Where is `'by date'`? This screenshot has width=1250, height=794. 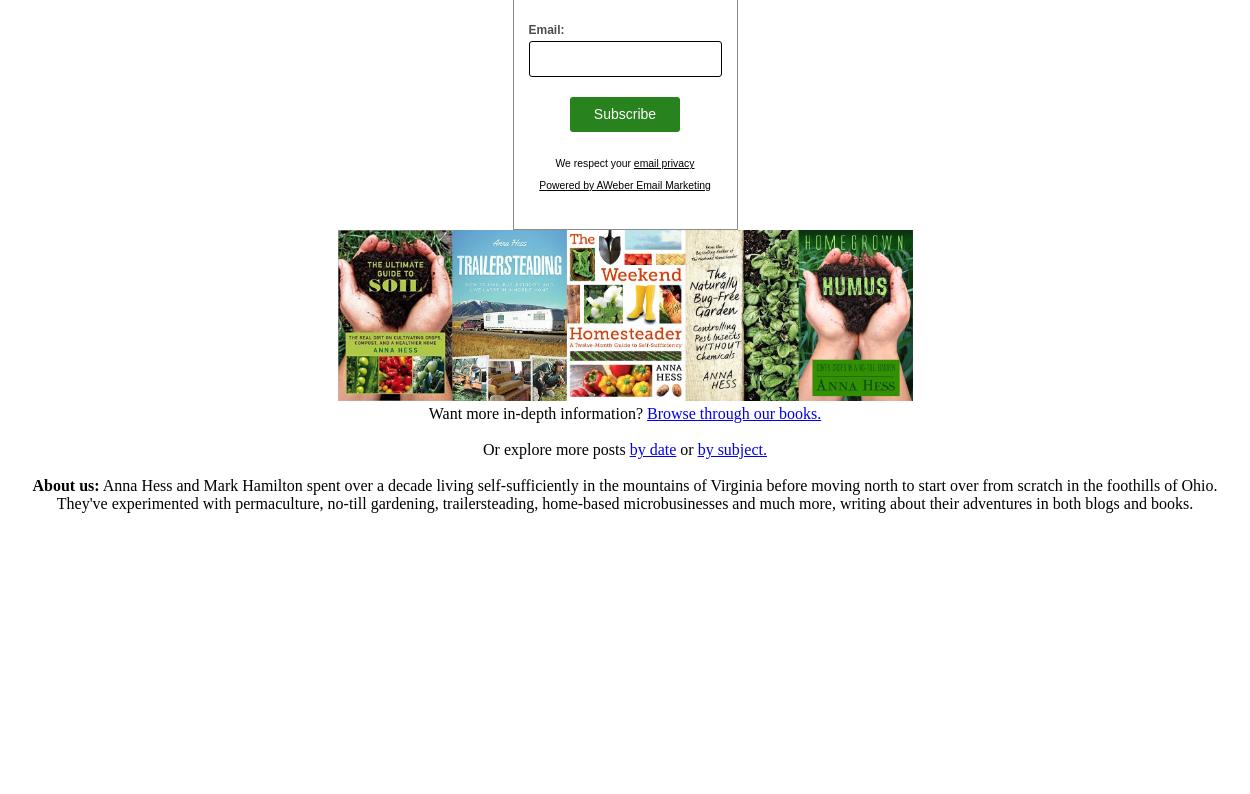 'by date' is located at coordinates (652, 448).